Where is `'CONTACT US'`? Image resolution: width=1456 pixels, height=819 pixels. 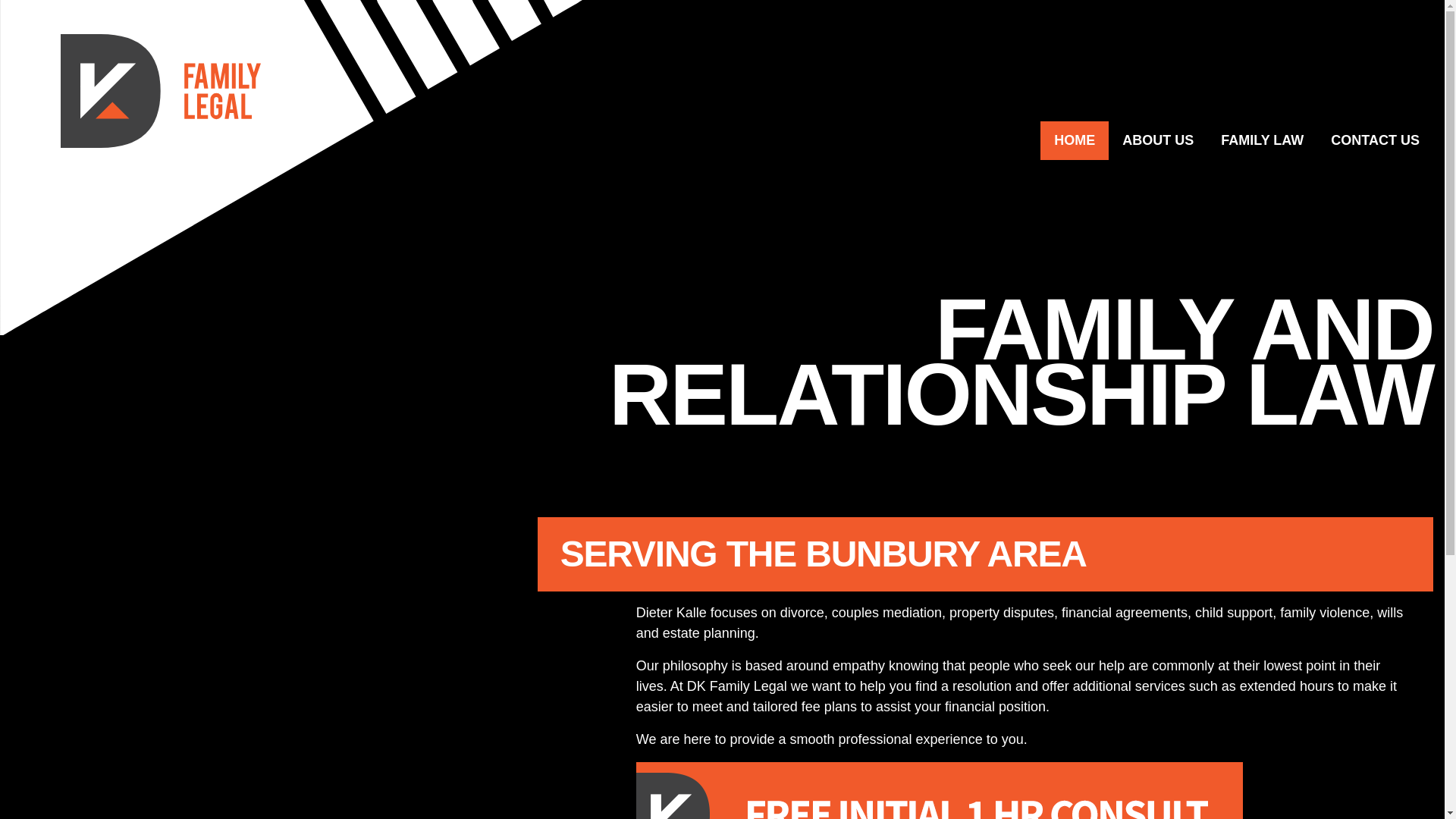
'CONTACT US' is located at coordinates (1375, 140).